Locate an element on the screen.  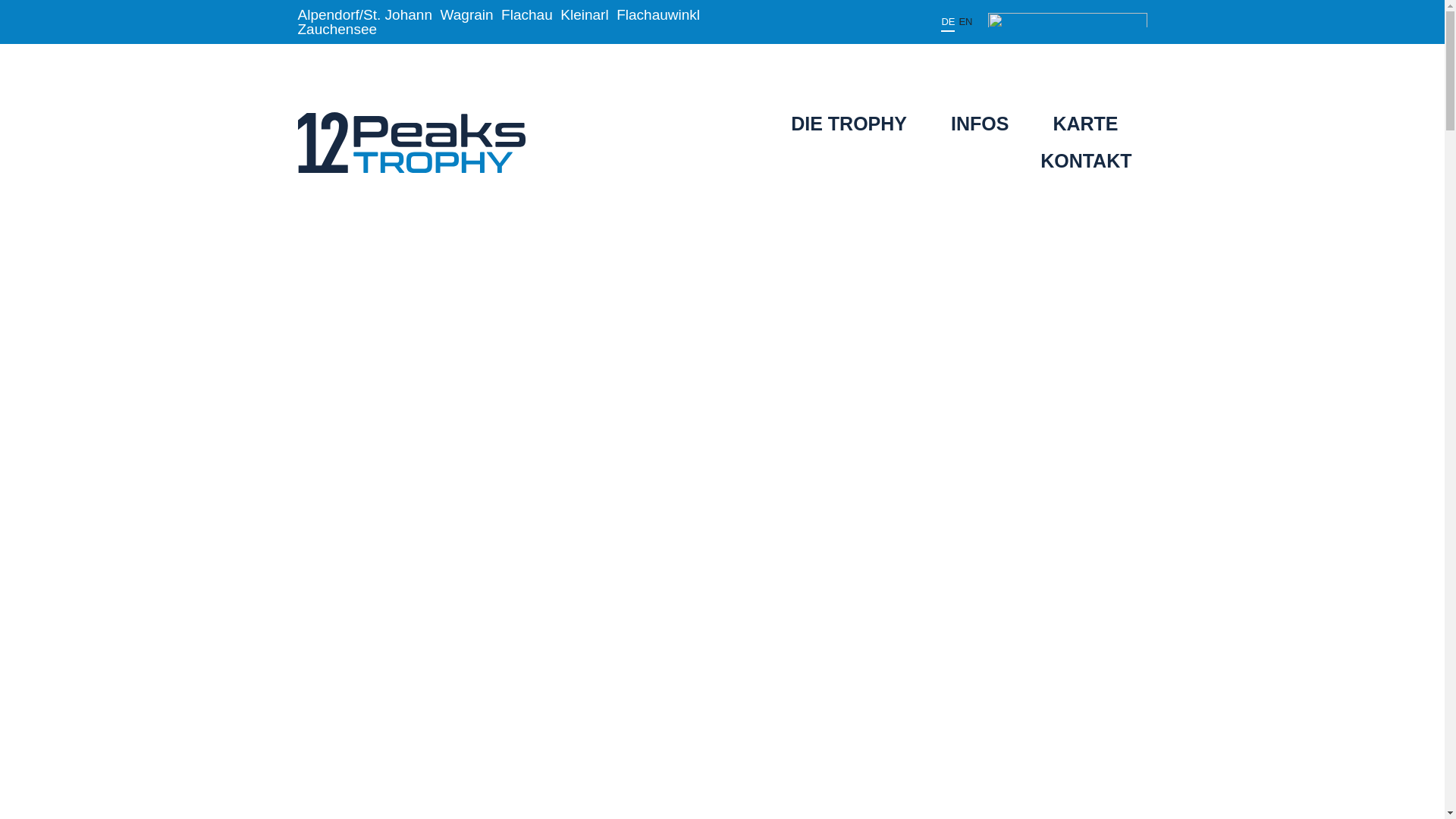
'DIE TROPHY' is located at coordinates (848, 123).